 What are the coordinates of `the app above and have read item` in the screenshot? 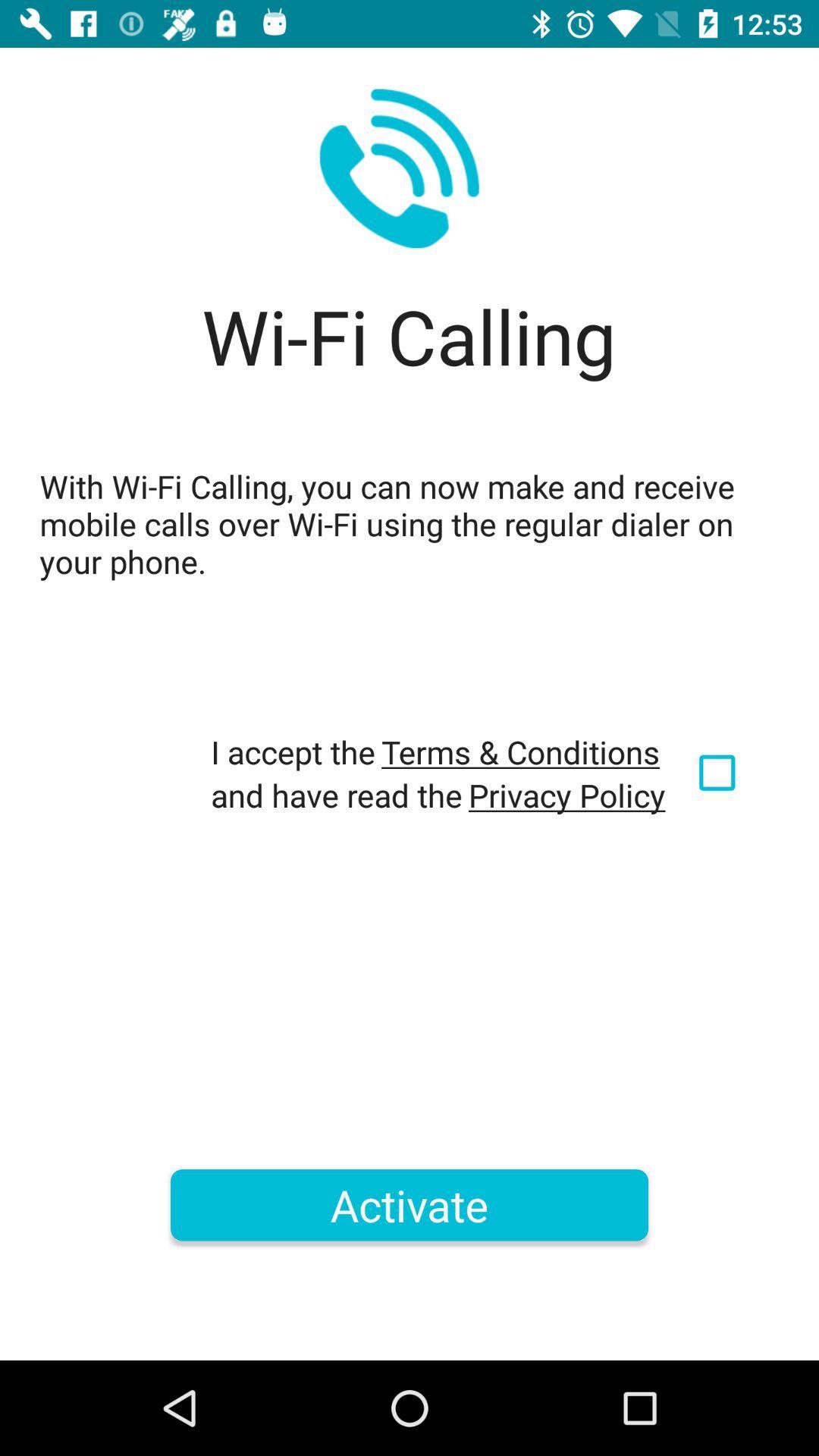 It's located at (519, 752).